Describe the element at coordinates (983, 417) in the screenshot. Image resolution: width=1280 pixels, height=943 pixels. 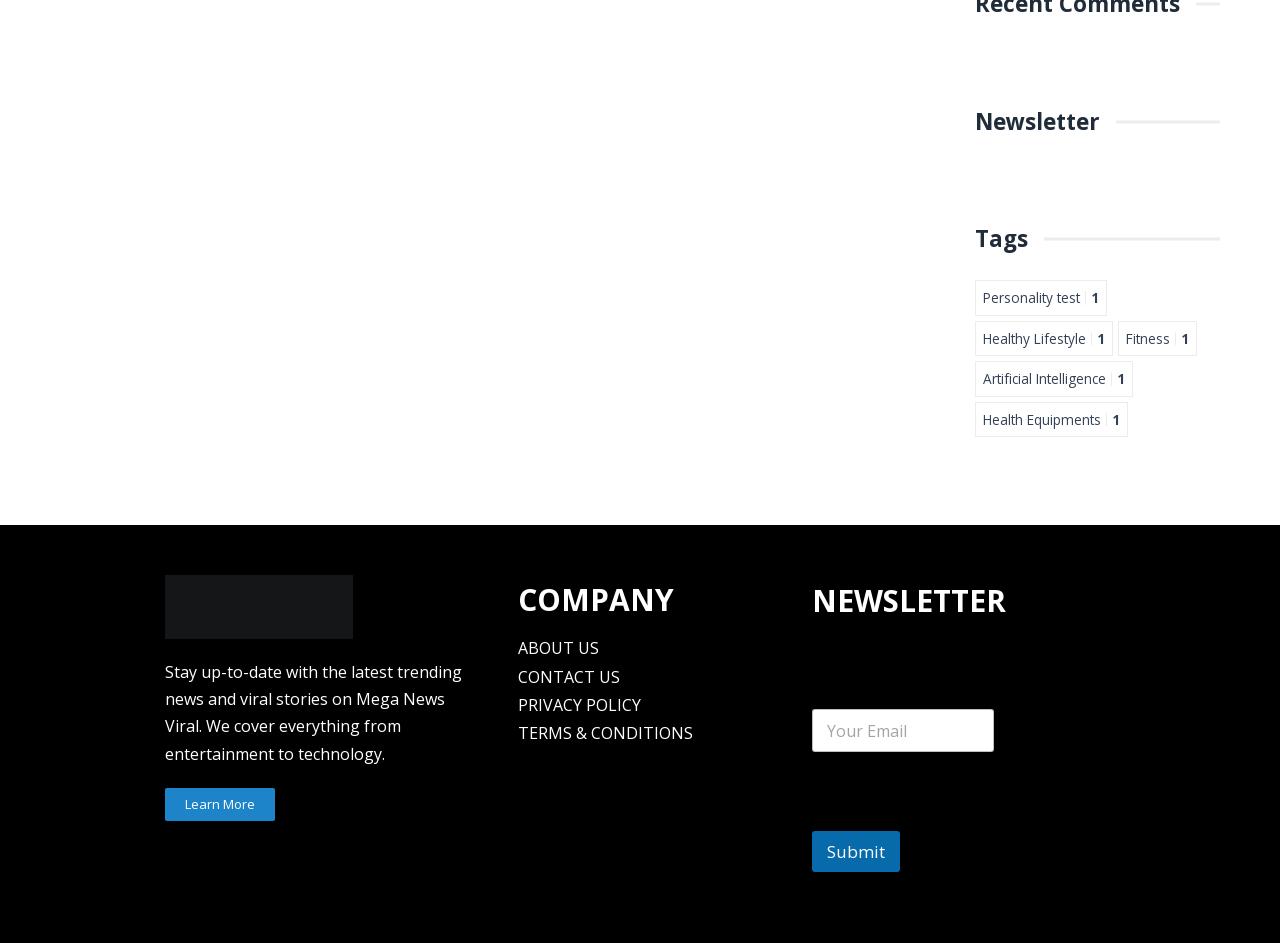
I see `'Health Equipments'` at that location.